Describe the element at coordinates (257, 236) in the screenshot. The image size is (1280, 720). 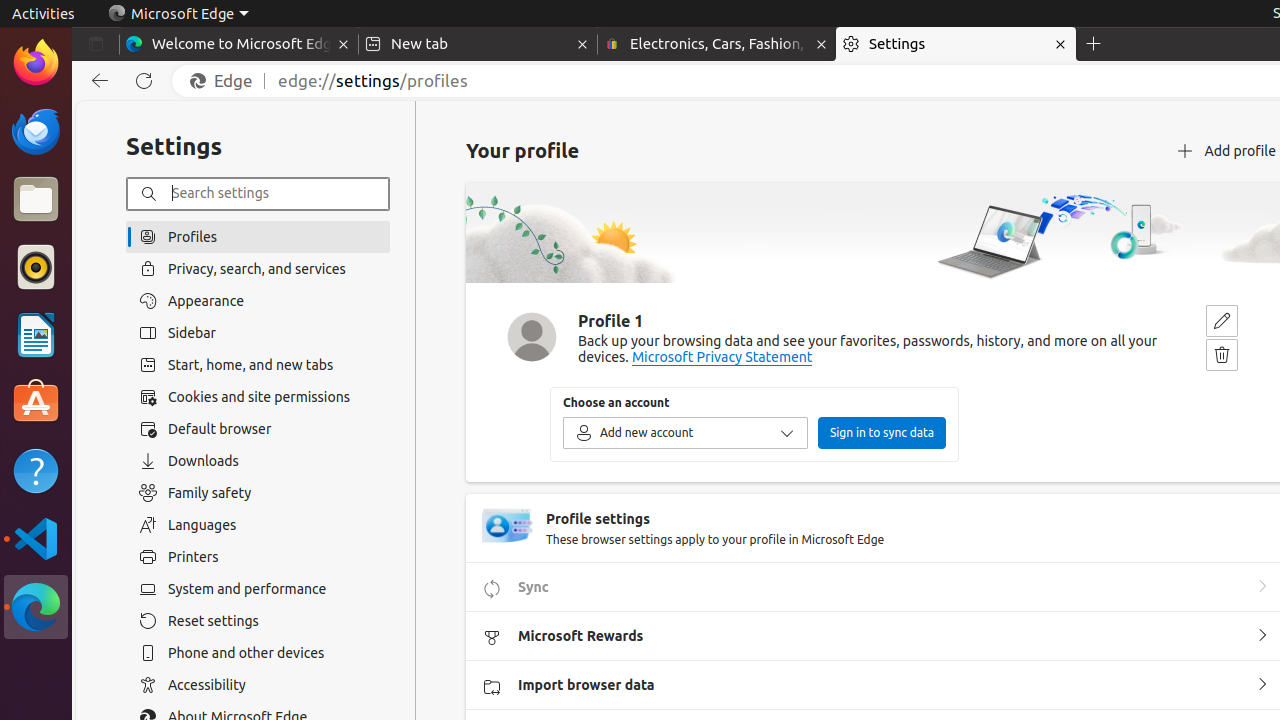
I see `'Profiles'` at that location.